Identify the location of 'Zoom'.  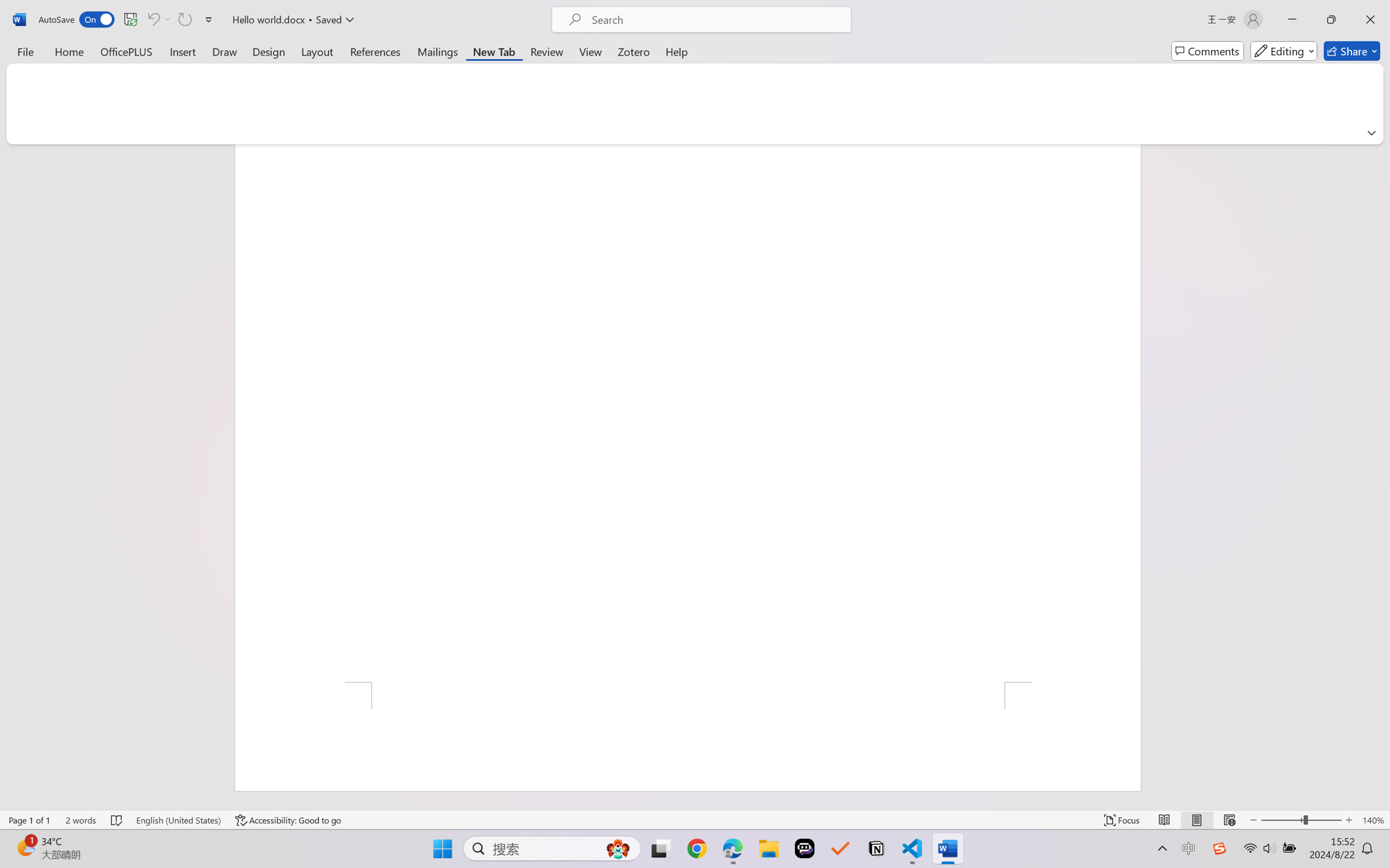
(1302, 820).